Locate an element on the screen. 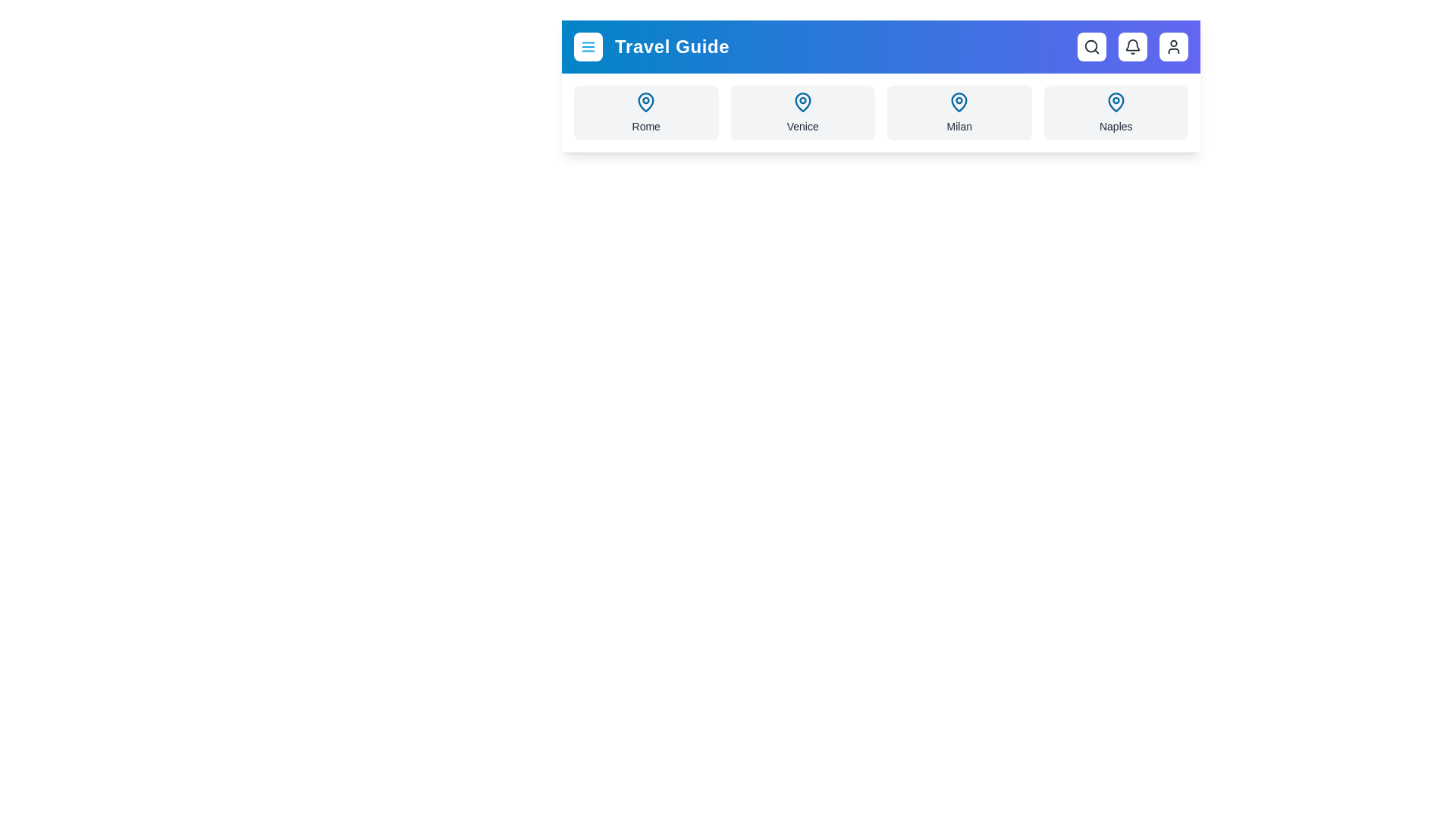 Image resolution: width=1456 pixels, height=819 pixels. the bell button to view notifications is located at coordinates (1132, 45).